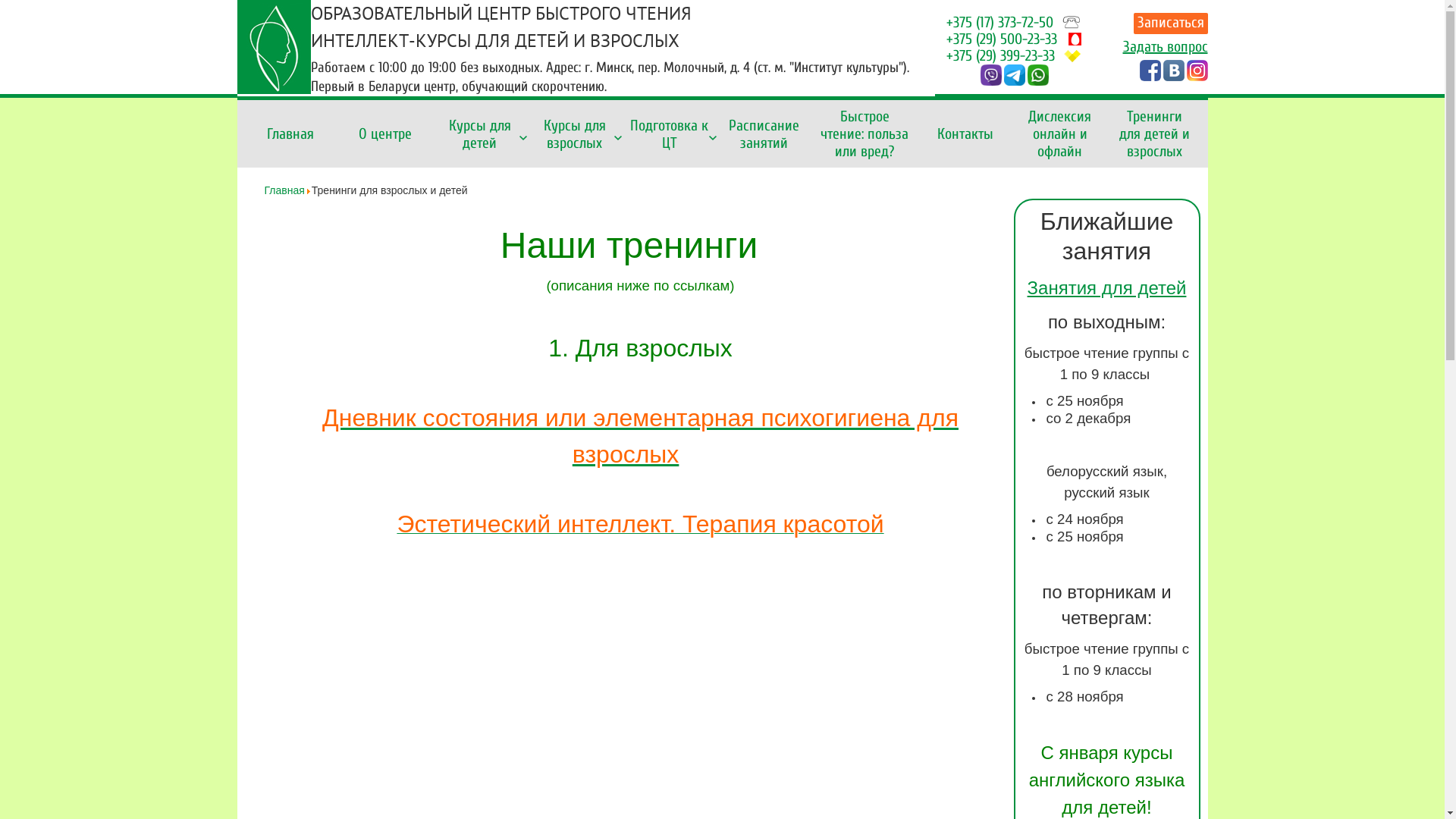  What do you see at coordinates (1001, 38) in the screenshot?
I see `'+375 (29) 500-23-33'` at bounding box center [1001, 38].